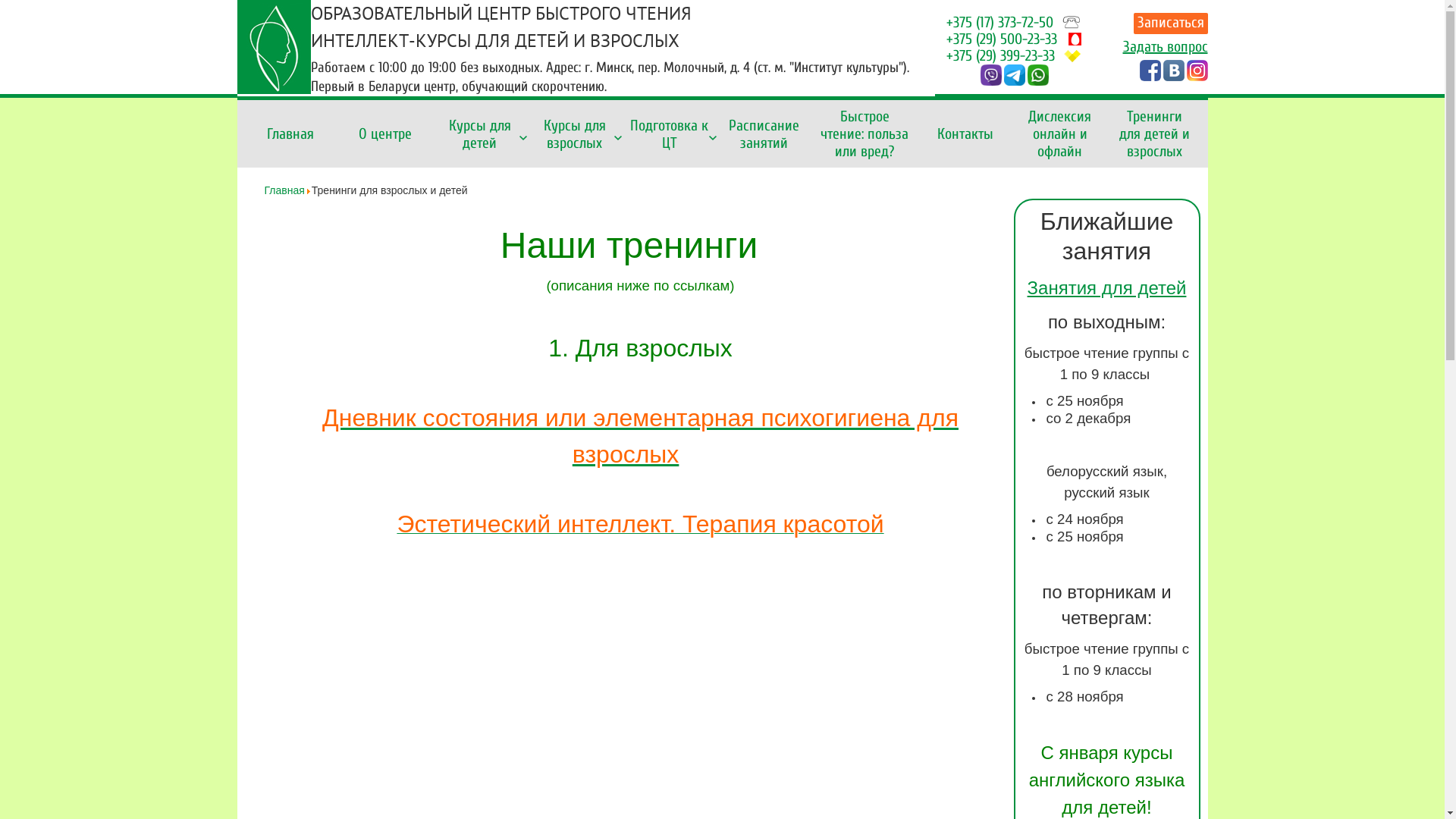  What do you see at coordinates (1001, 38) in the screenshot?
I see `'+375 (29) 500-23-33'` at bounding box center [1001, 38].